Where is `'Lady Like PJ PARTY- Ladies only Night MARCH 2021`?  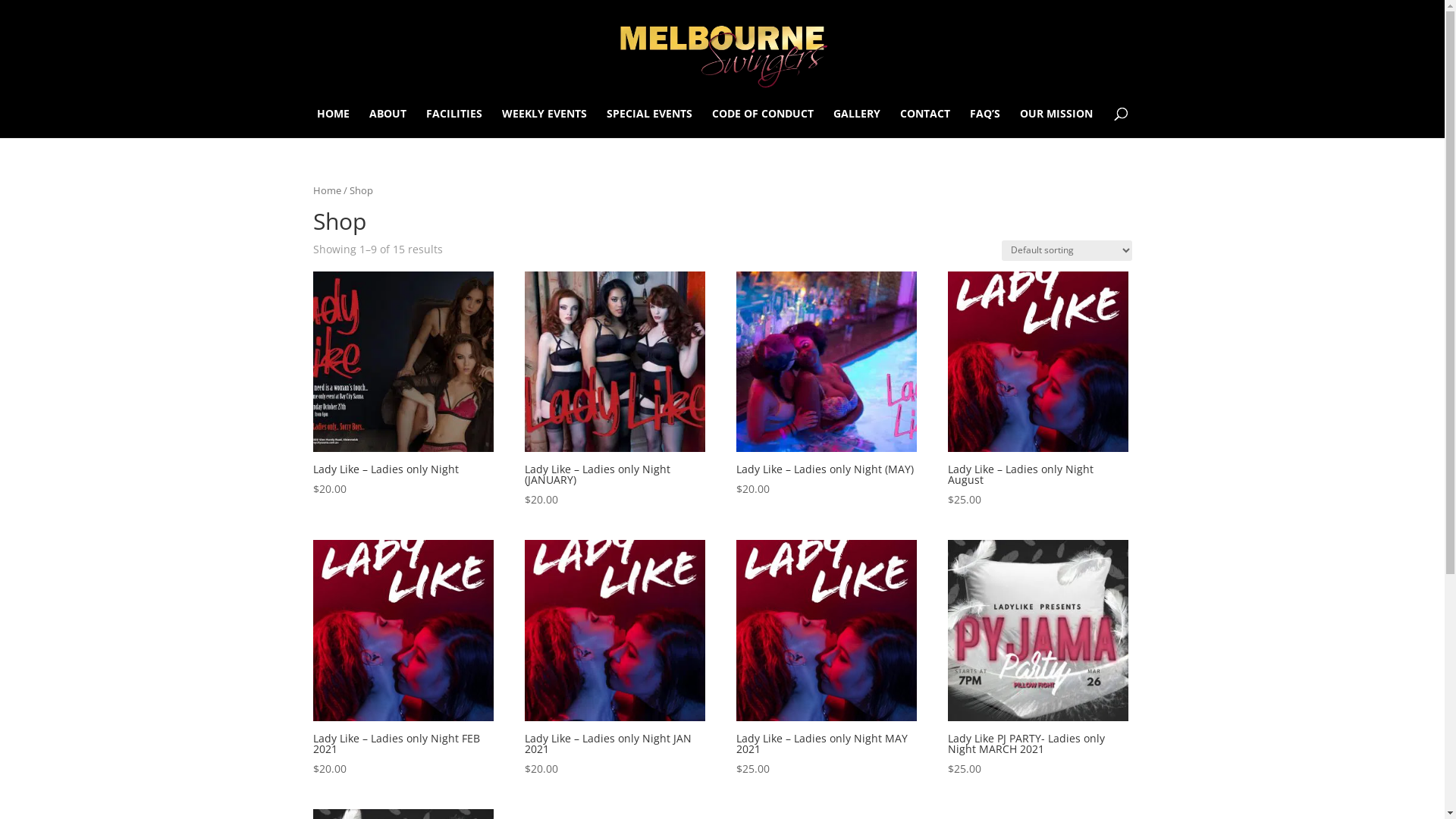
'Lady Like PJ PARTY- Ladies only Night MARCH 2021 is located at coordinates (1037, 657).